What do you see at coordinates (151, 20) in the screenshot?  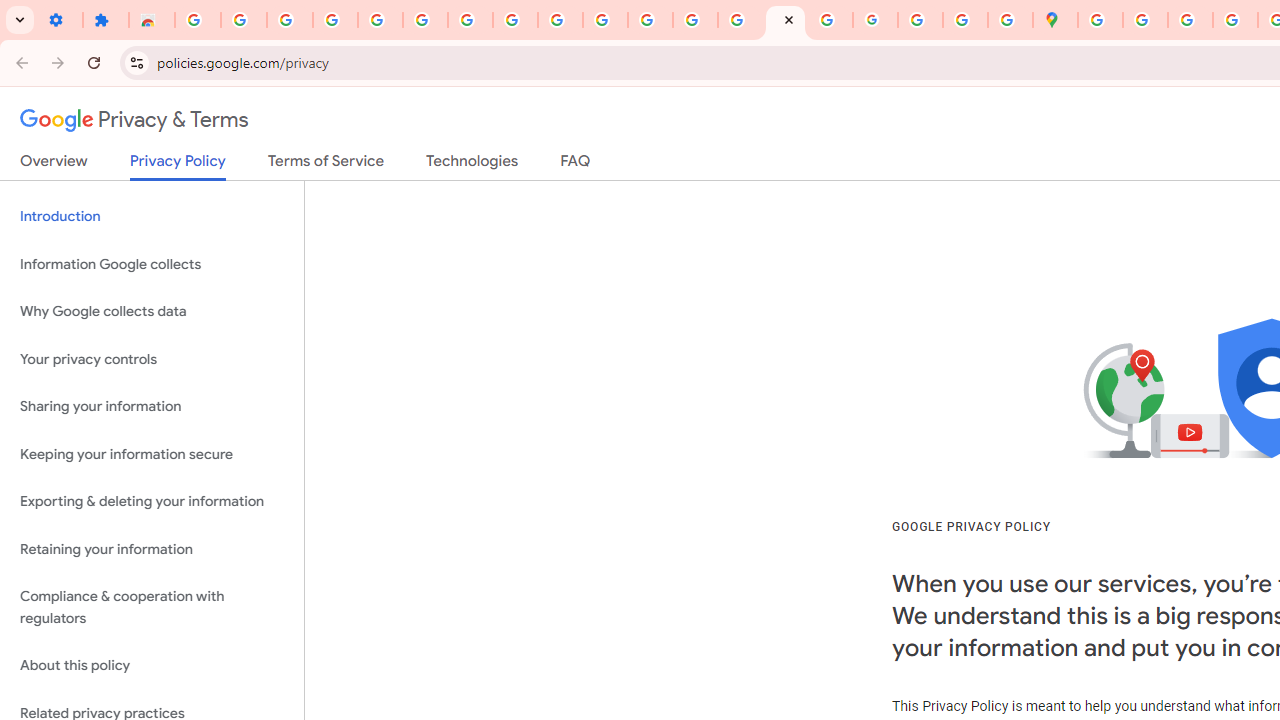 I see `'Reviews: Helix Fruit Jump Arcade Game'` at bounding box center [151, 20].